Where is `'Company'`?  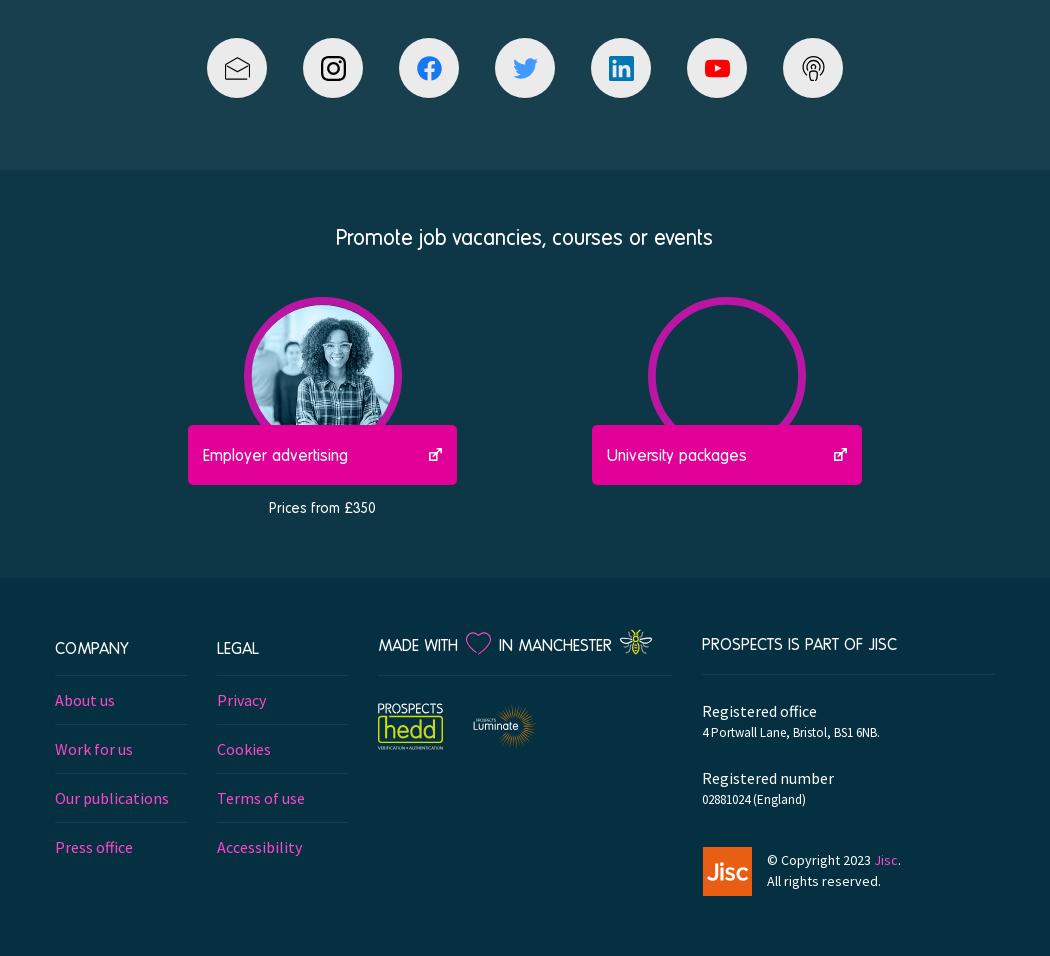 'Company' is located at coordinates (54, 646).